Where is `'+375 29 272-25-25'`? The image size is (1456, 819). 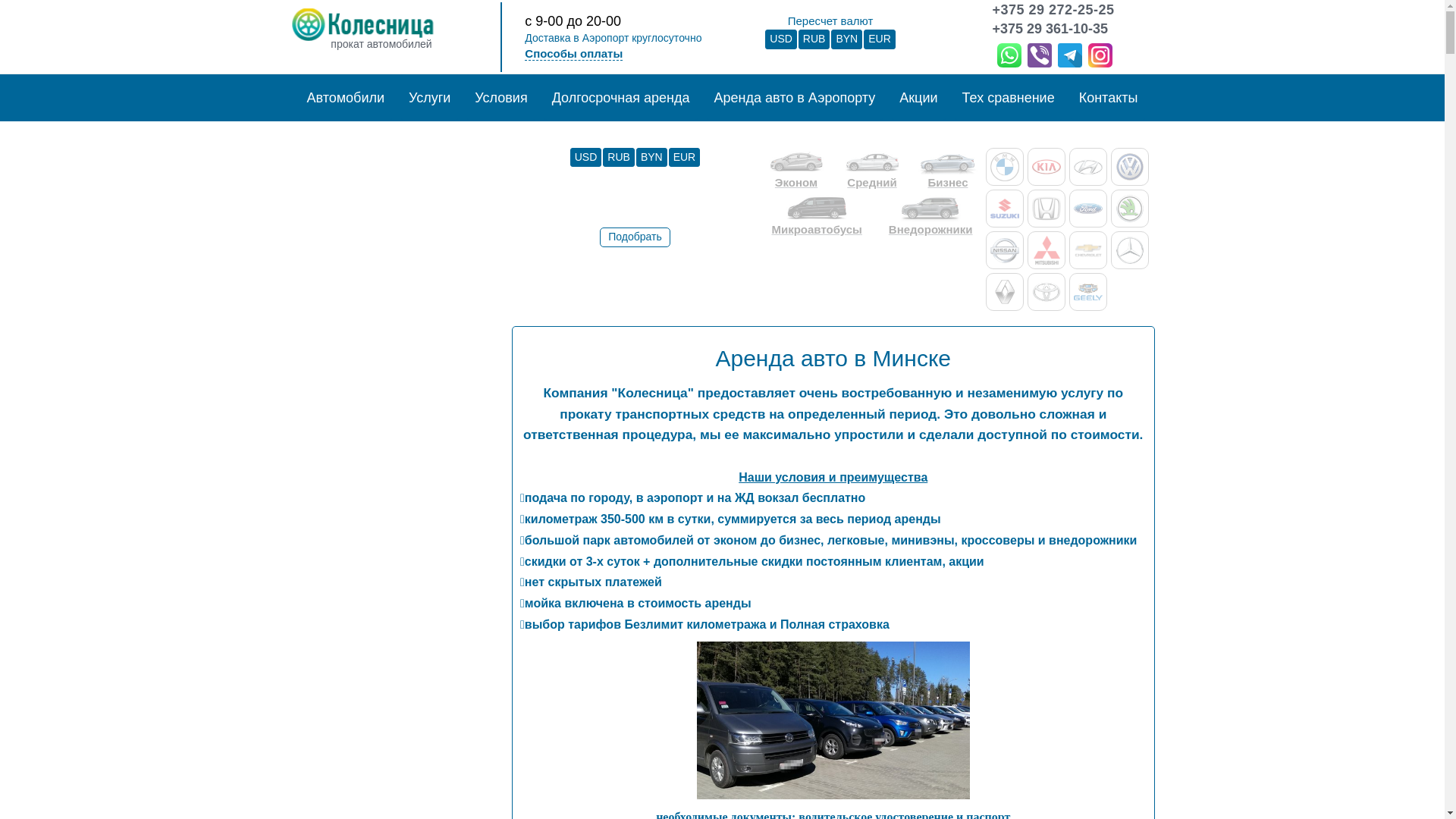 '+375 29 272-25-25' is located at coordinates (1052, 10).